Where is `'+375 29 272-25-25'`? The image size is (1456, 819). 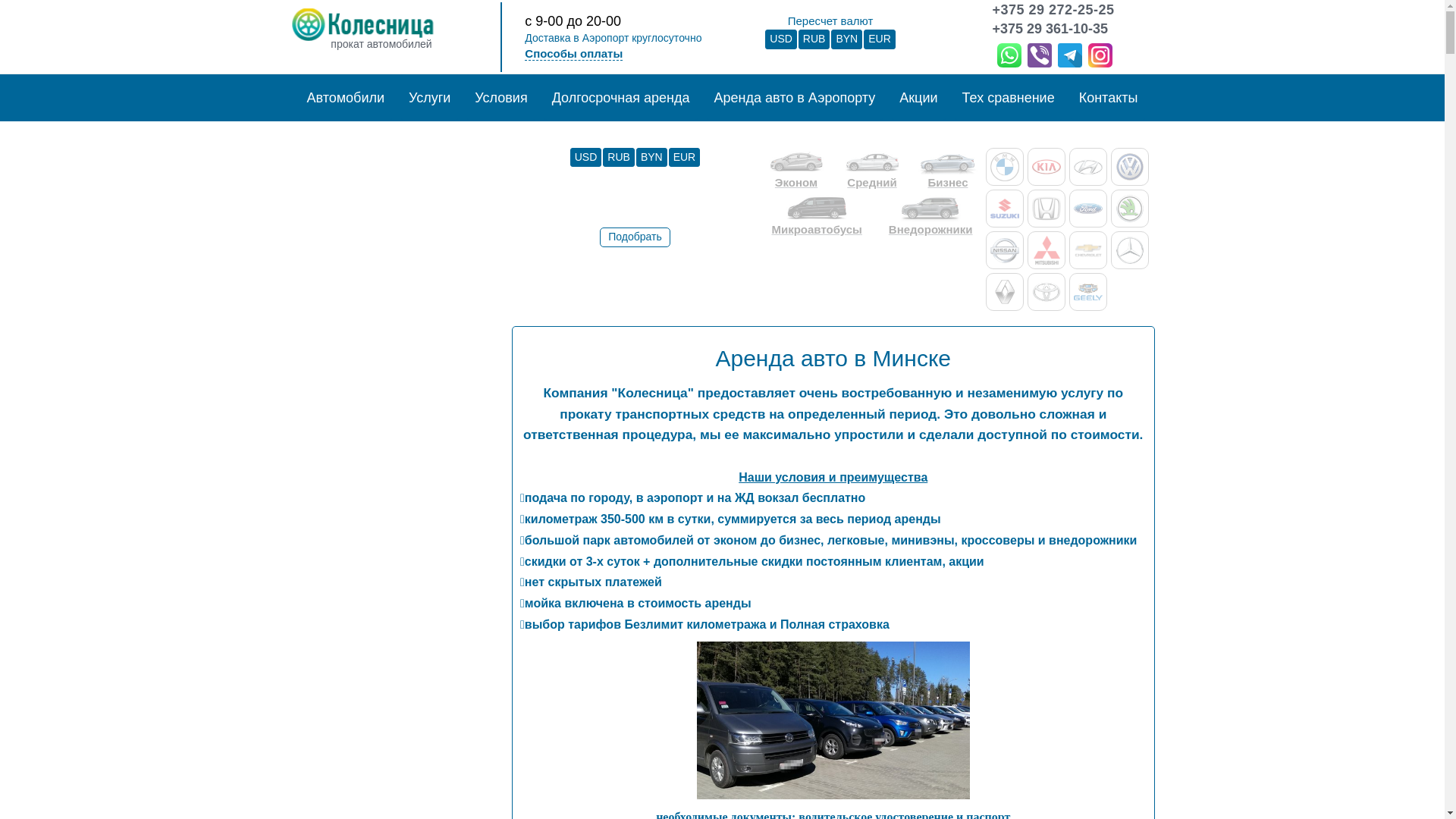 '+375 29 272-25-25' is located at coordinates (1052, 10).